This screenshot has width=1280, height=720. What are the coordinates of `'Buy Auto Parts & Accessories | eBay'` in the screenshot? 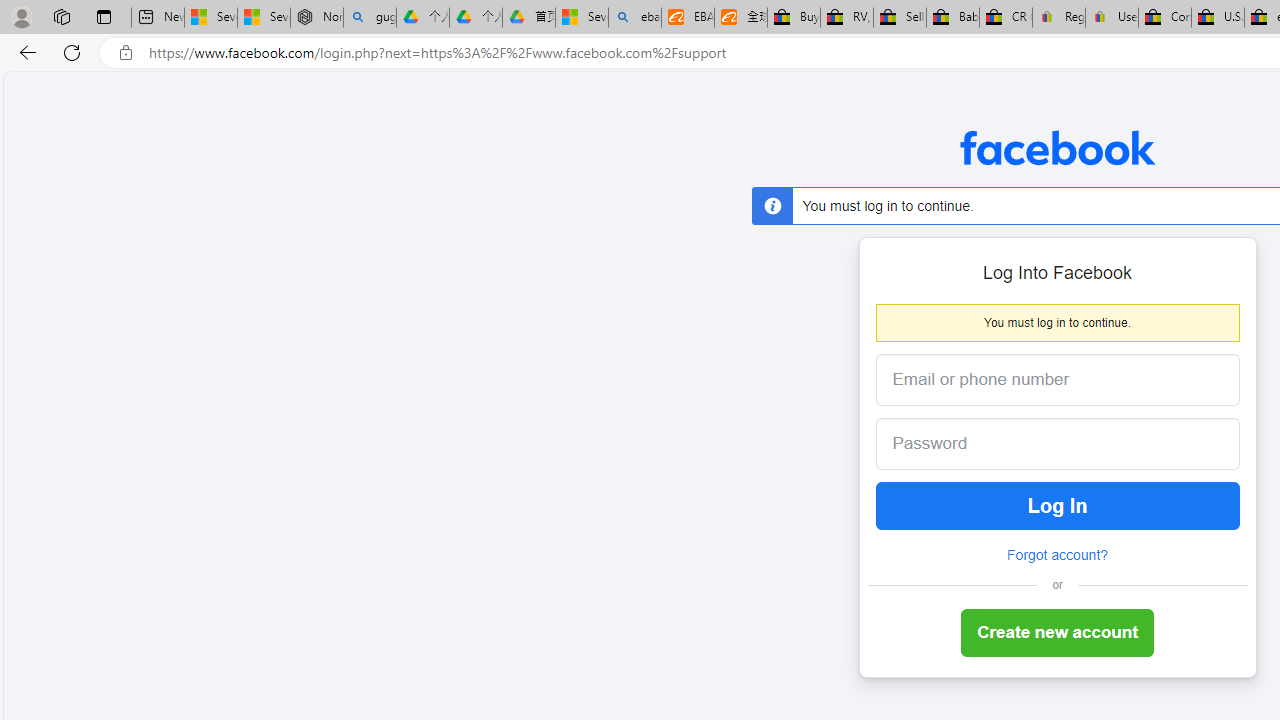 It's located at (793, 17).